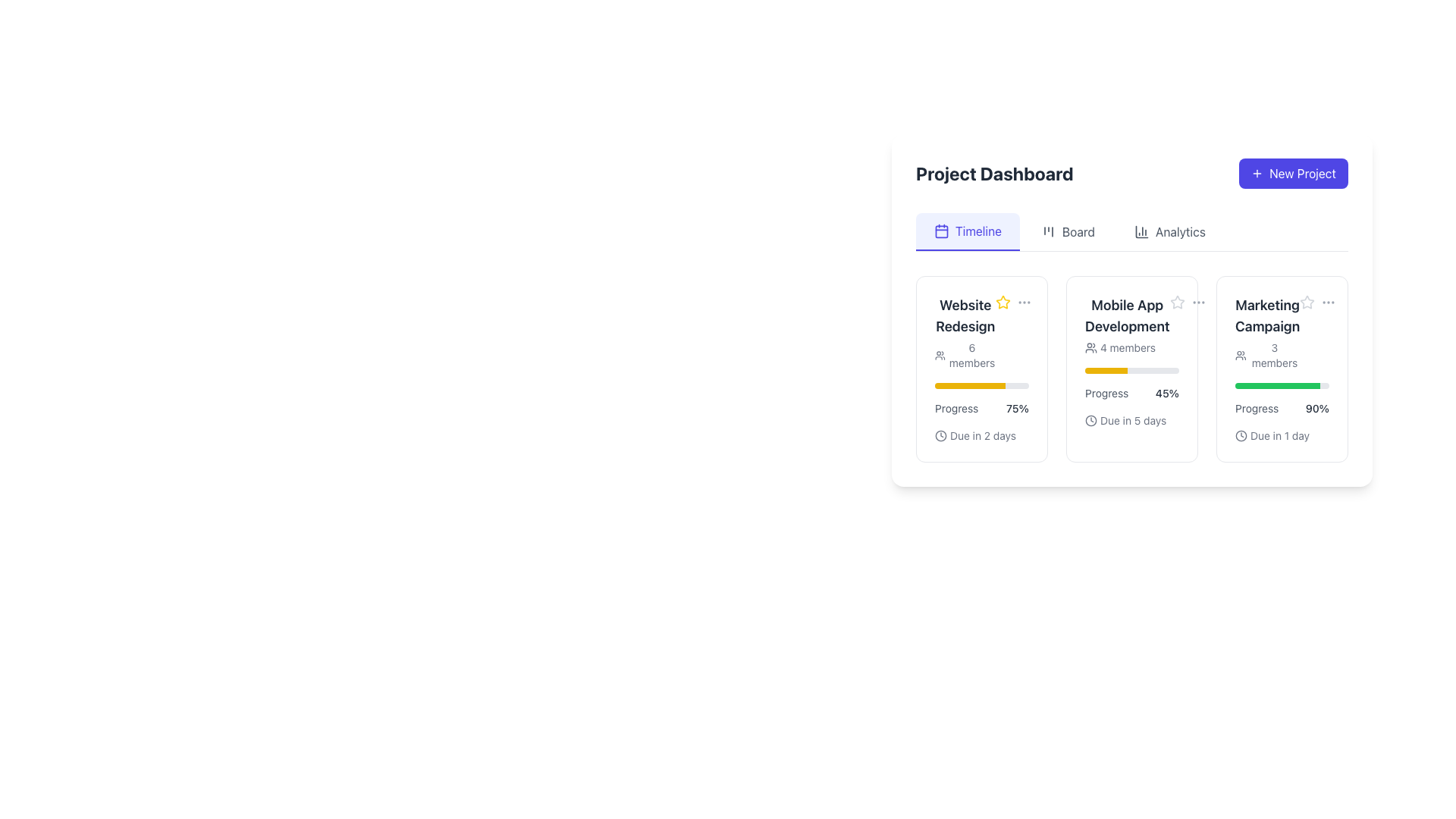 The height and width of the screenshot is (819, 1456). I want to click on the horizontal progress bar indicating progress in the 'Mobile App Development' card, which is the first element above the text 'Progress 45%', so click(1131, 371).